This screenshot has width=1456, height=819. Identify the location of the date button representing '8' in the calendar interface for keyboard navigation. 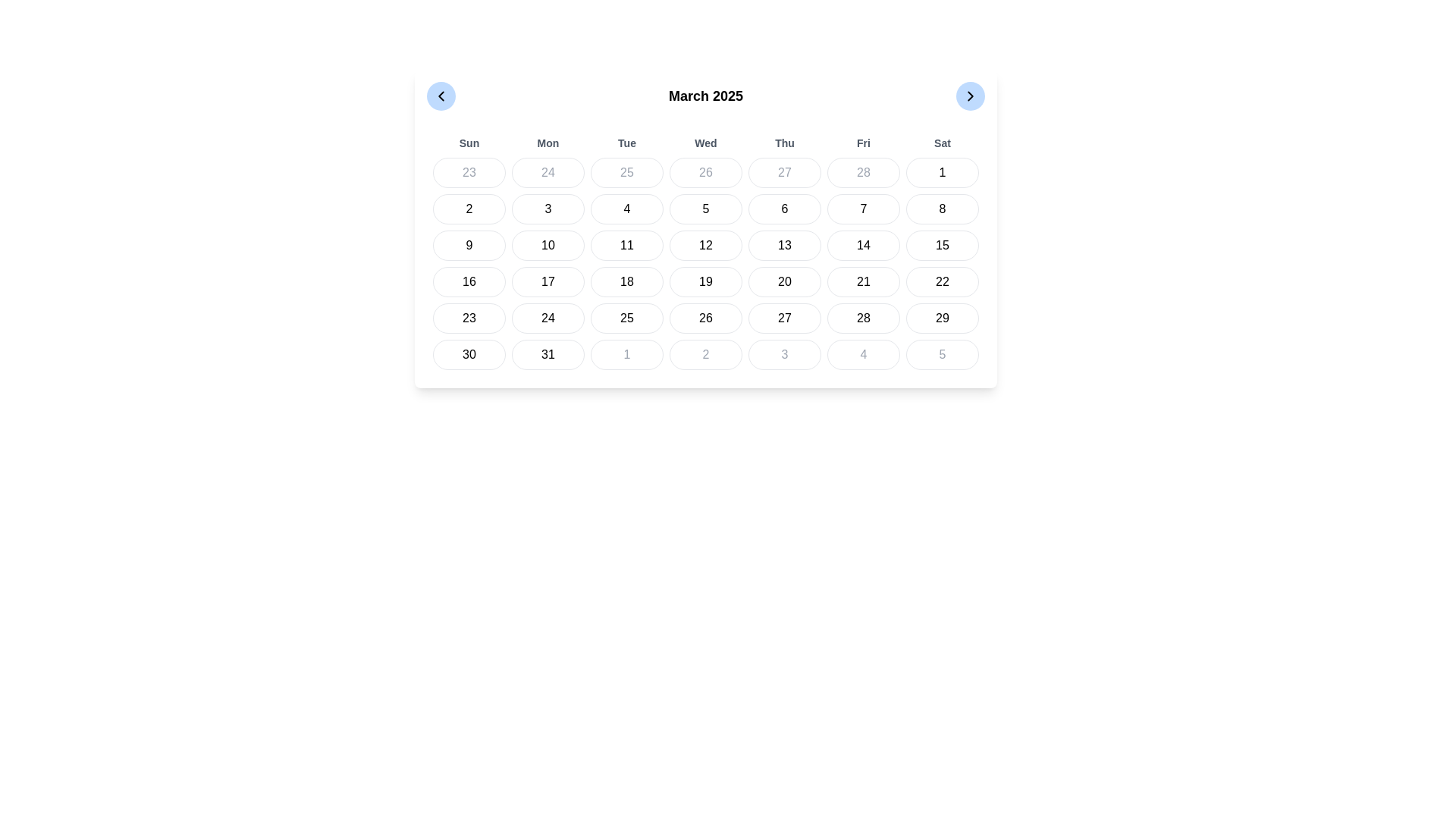
(942, 209).